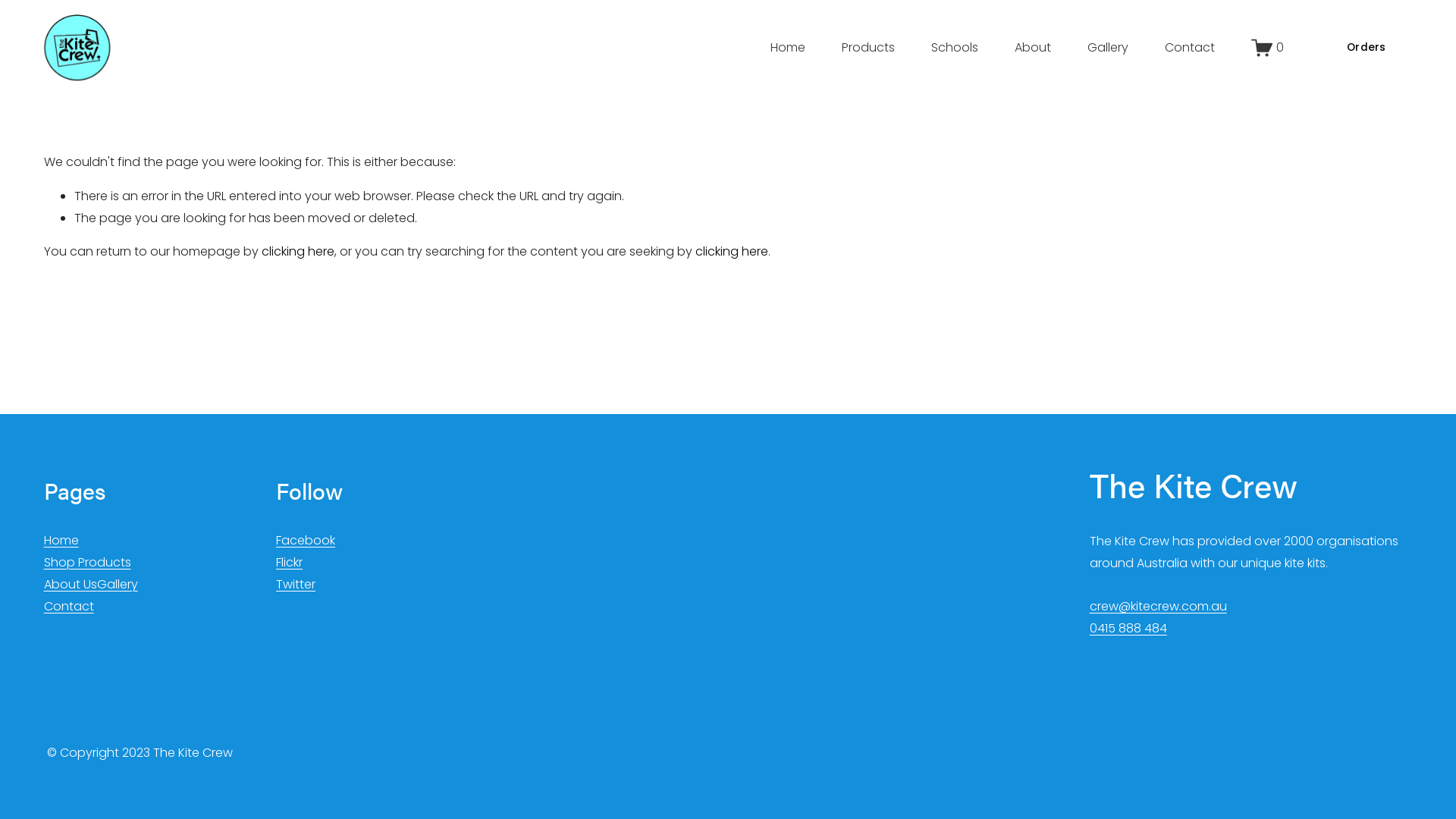 Image resolution: width=1456 pixels, height=819 pixels. What do you see at coordinates (276, 584) in the screenshot?
I see `'Twitter'` at bounding box center [276, 584].